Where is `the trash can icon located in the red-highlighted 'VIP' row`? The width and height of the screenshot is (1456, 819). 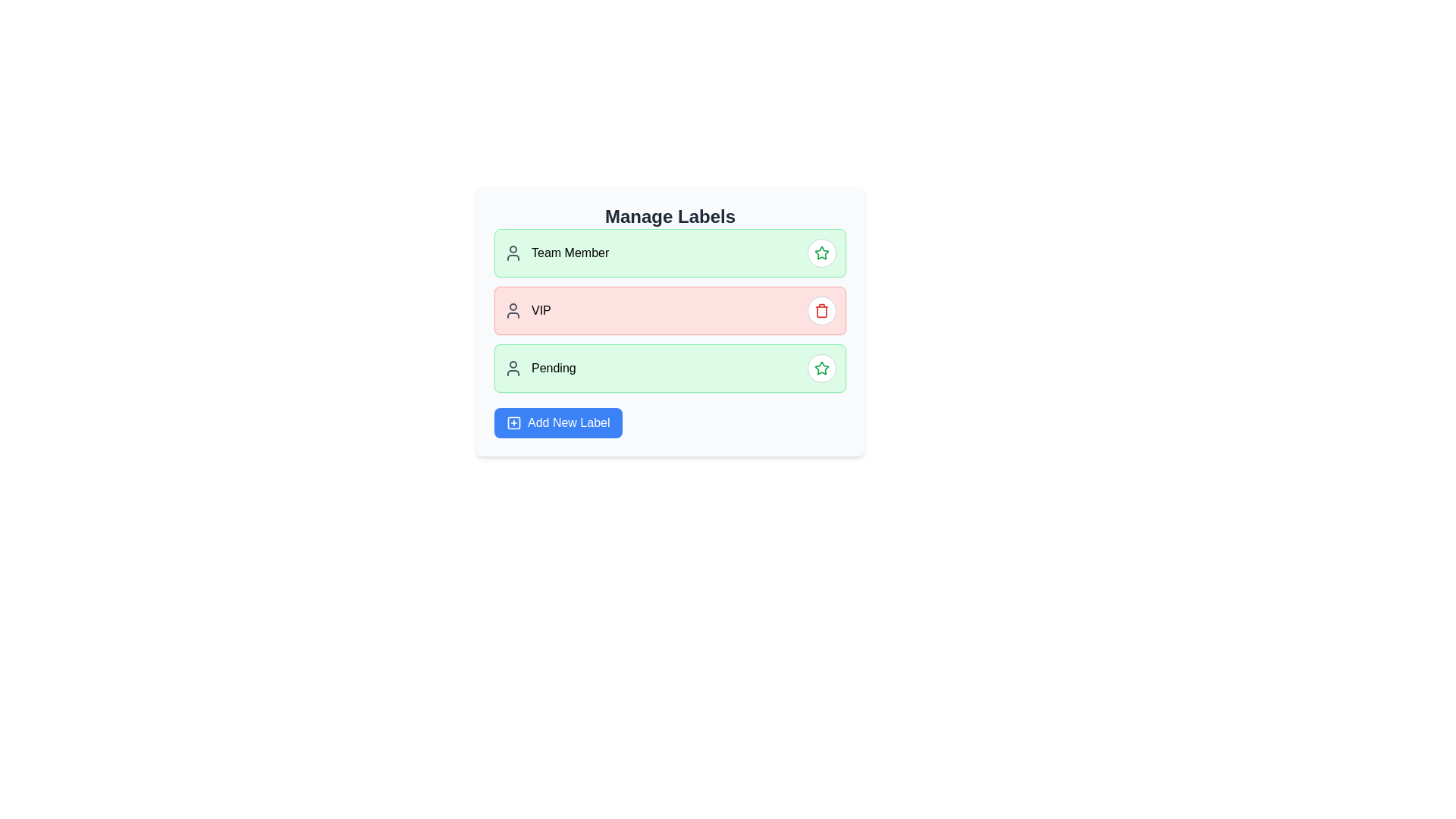 the trash can icon located in the red-highlighted 'VIP' row is located at coordinates (821, 309).